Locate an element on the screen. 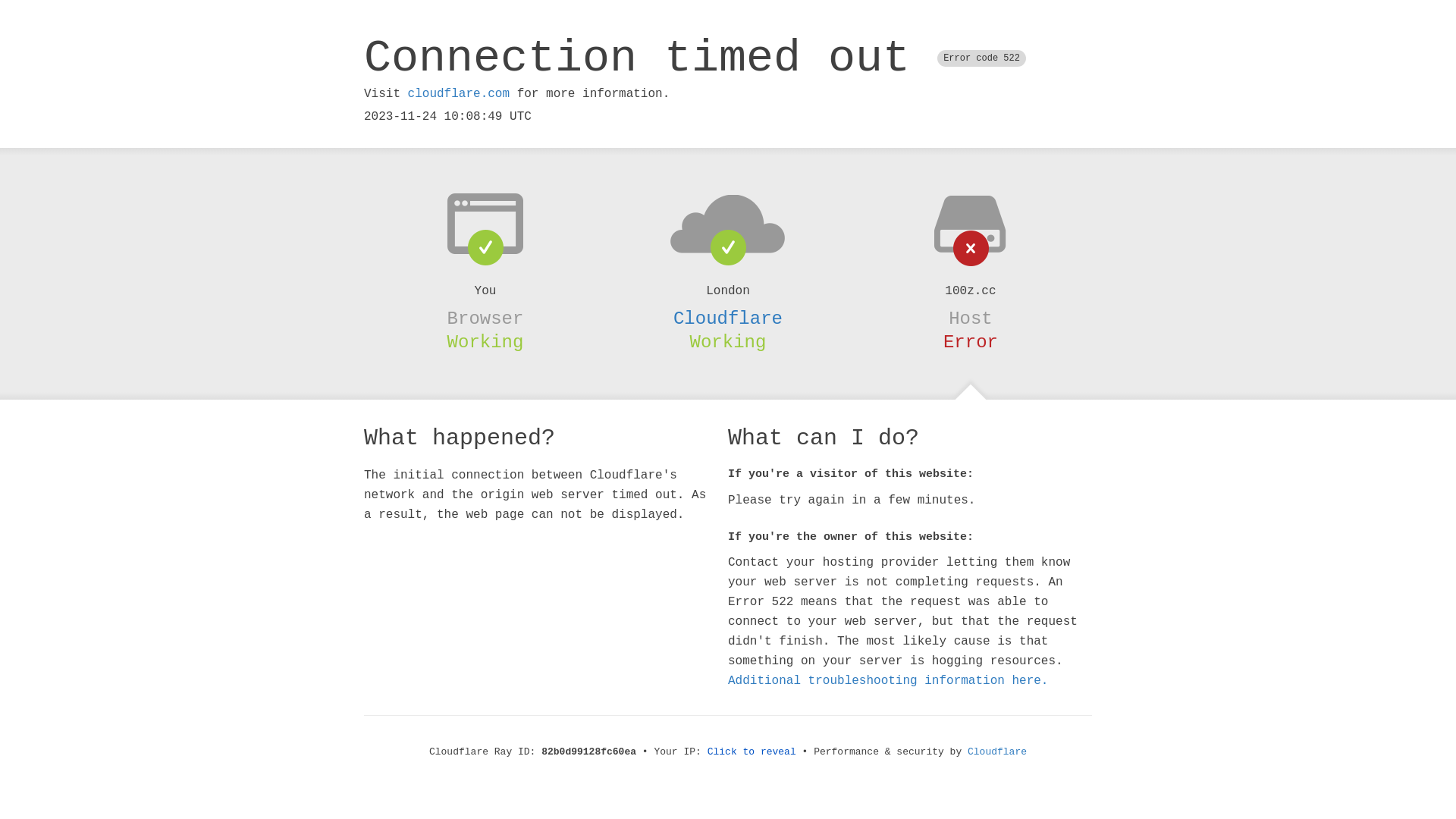  'Cloudflare' is located at coordinates (997, 752).